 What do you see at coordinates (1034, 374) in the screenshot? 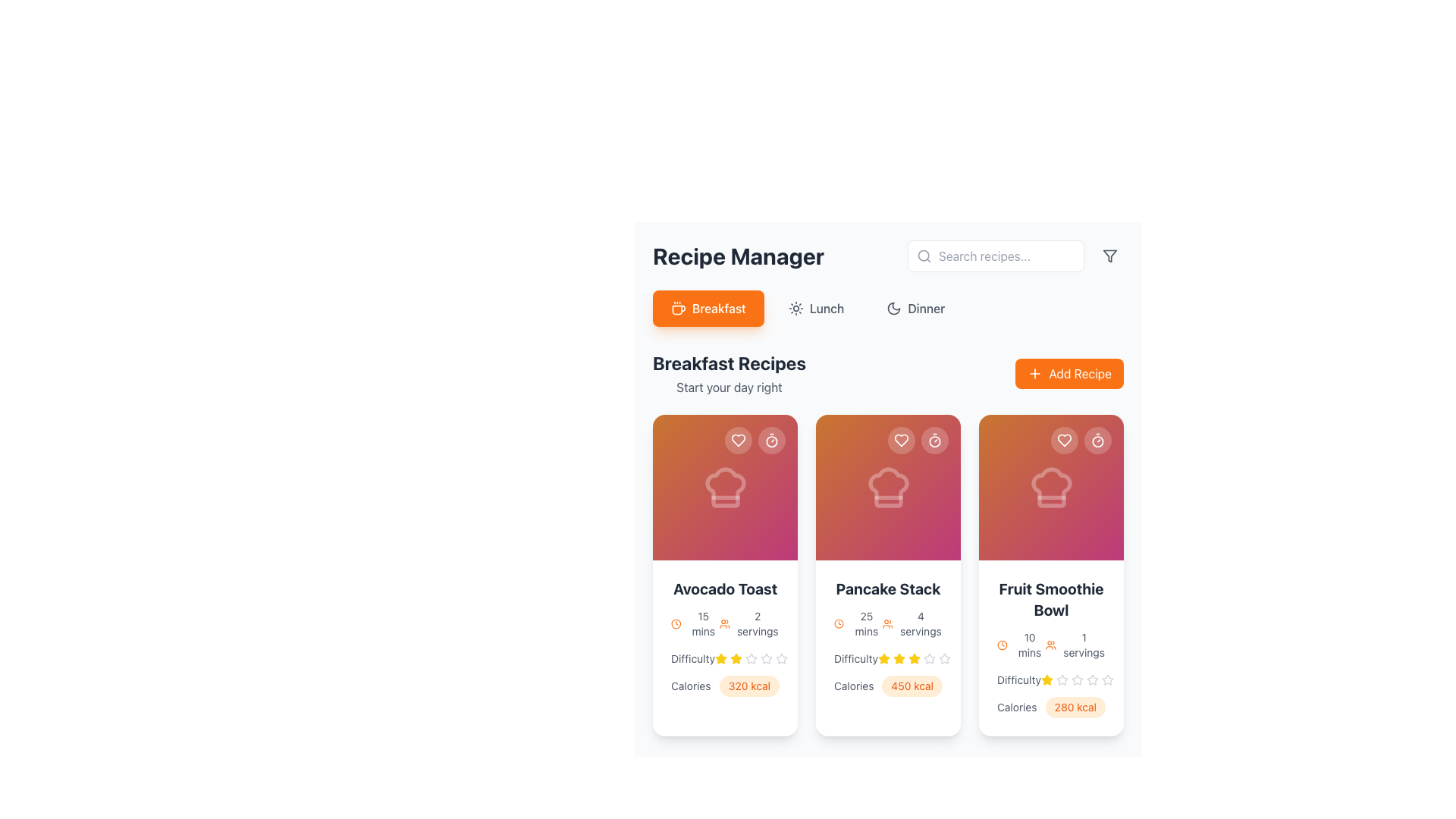
I see `the 'Add Recipe' button which contains a '+' icon on its right side` at bounding box center [1034, 374].